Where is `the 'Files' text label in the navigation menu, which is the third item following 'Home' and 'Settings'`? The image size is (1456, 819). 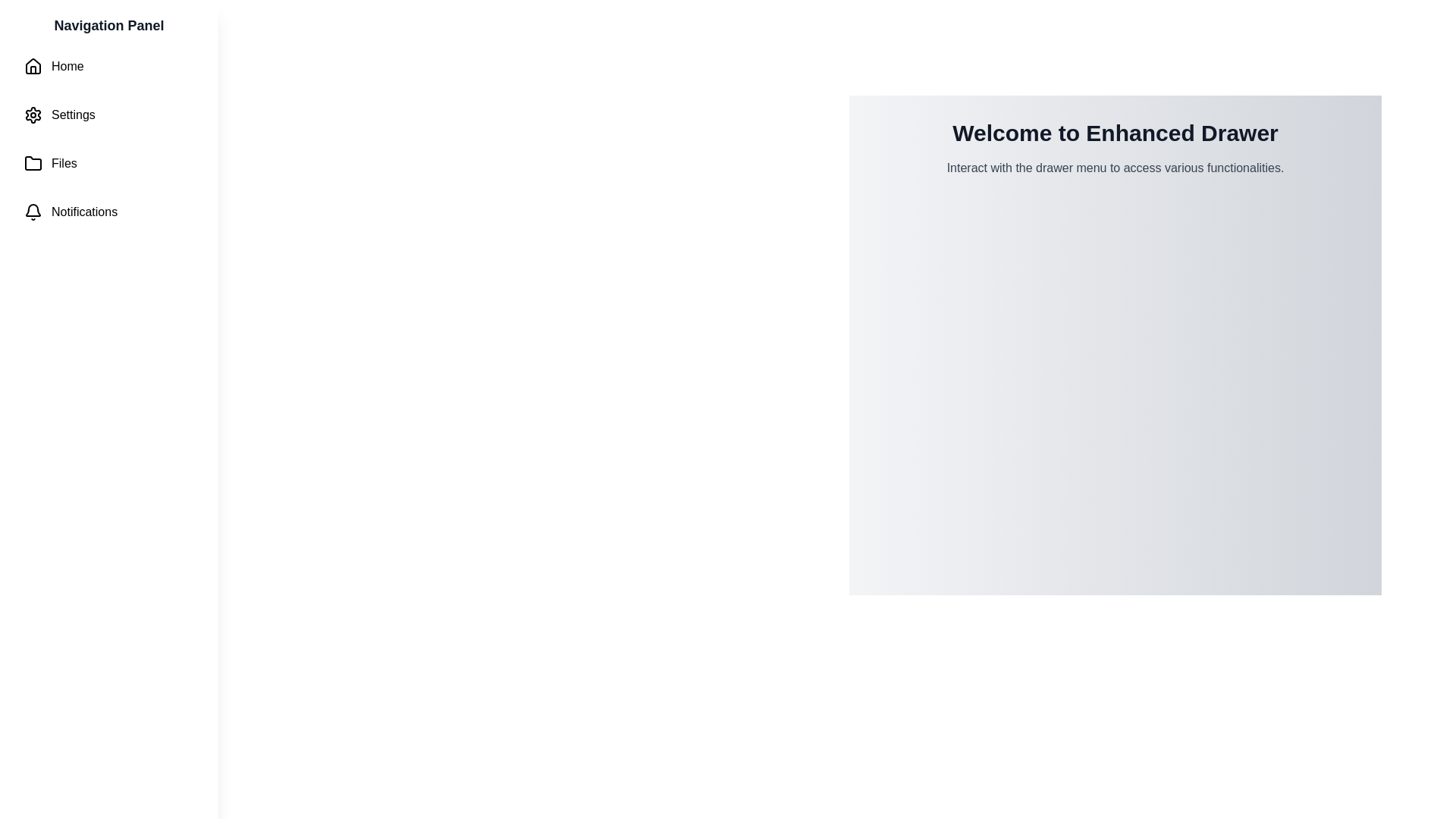 the 'Files' text label in the navigation menu, which is the third item following 'Home' and 'Settings' is located at coordinates (63, 164).